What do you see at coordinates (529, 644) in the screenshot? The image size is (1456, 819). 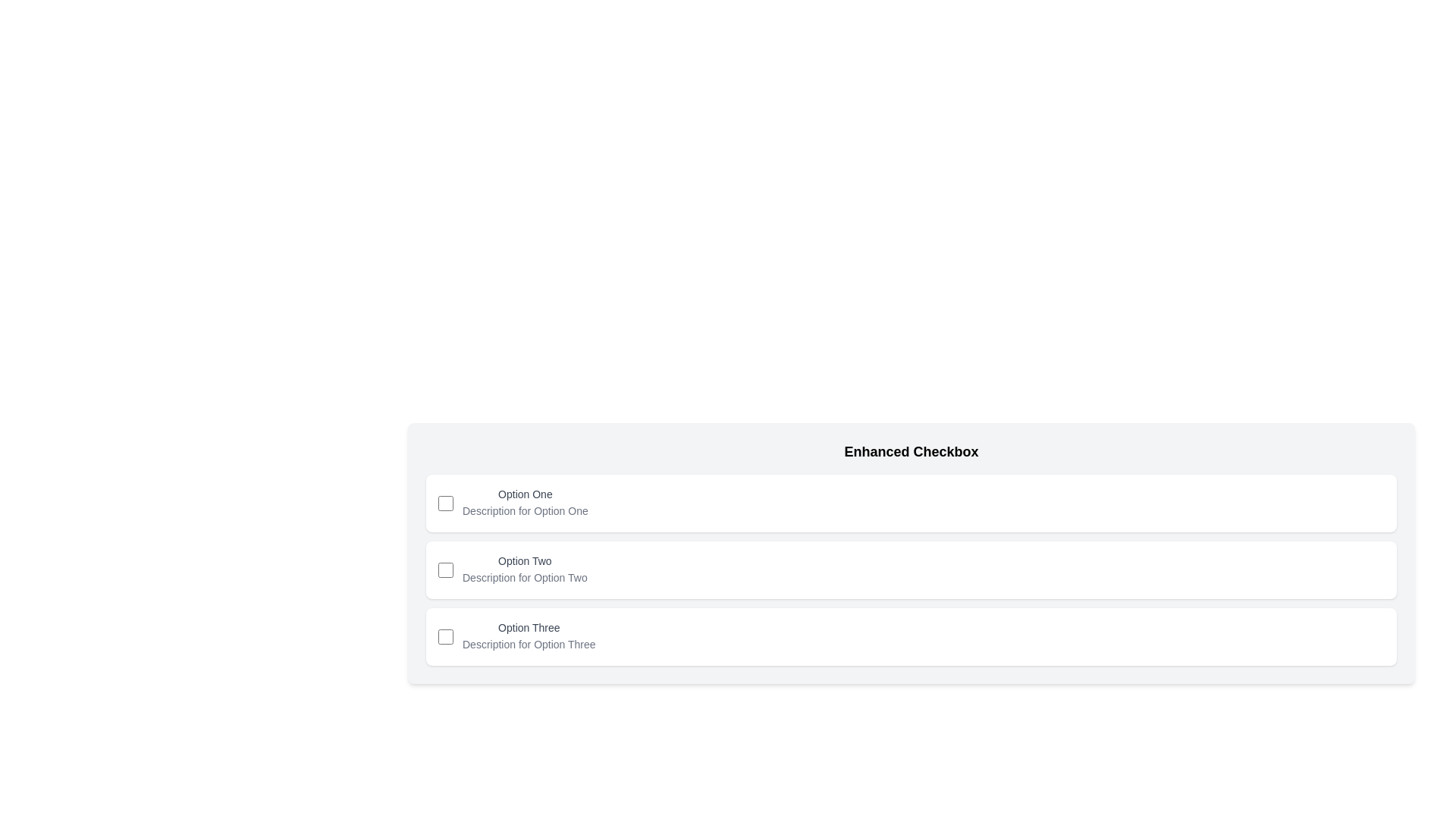 I see `the Text Label that provides additional descriptive information for the 'Option Three' checkbox, located on the third row of the grouped options and slightly to the right of the checkbox` at bounding box center [529, 644].